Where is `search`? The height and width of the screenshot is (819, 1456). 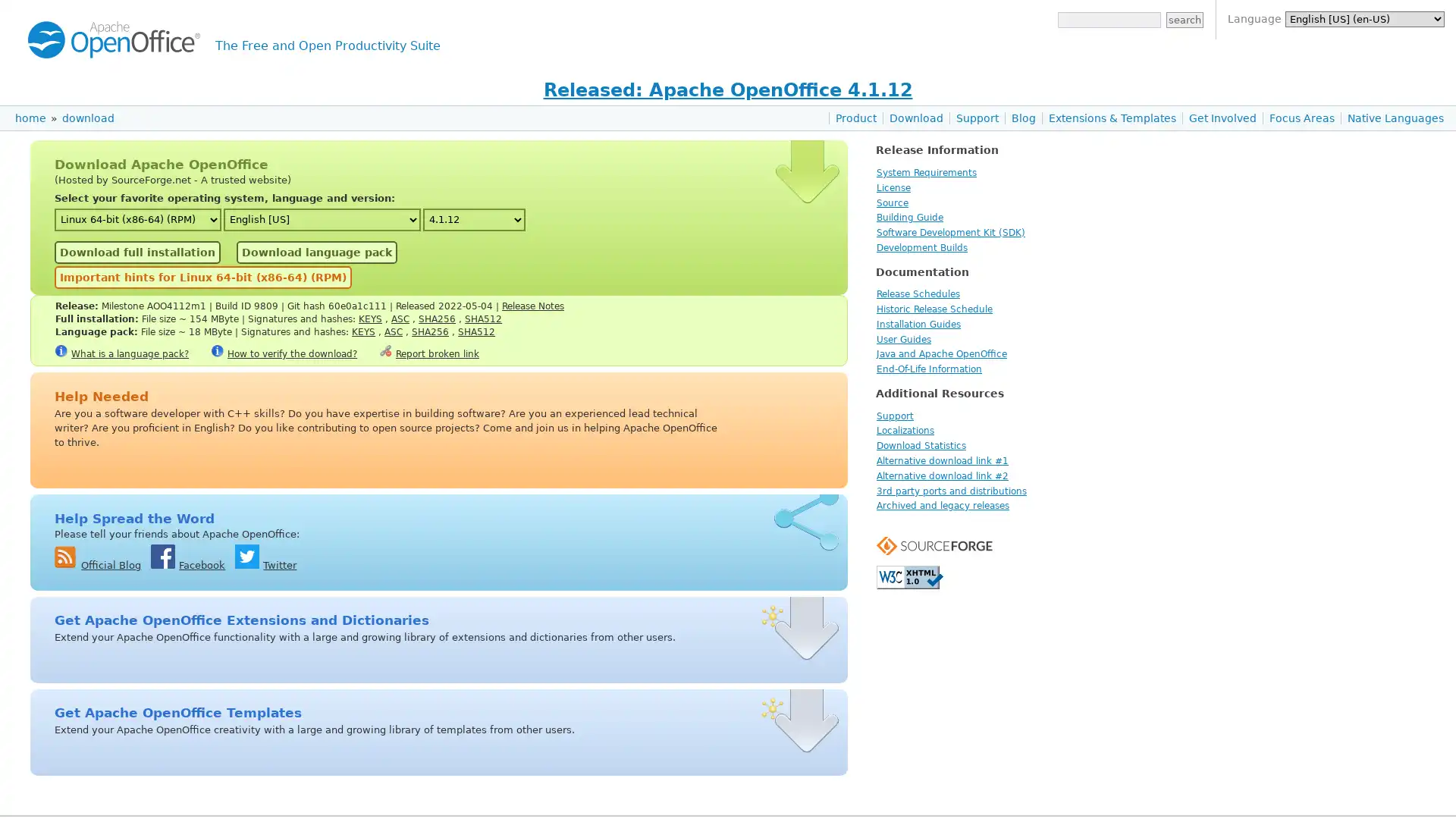 search is located at coordinates (1184, 20).